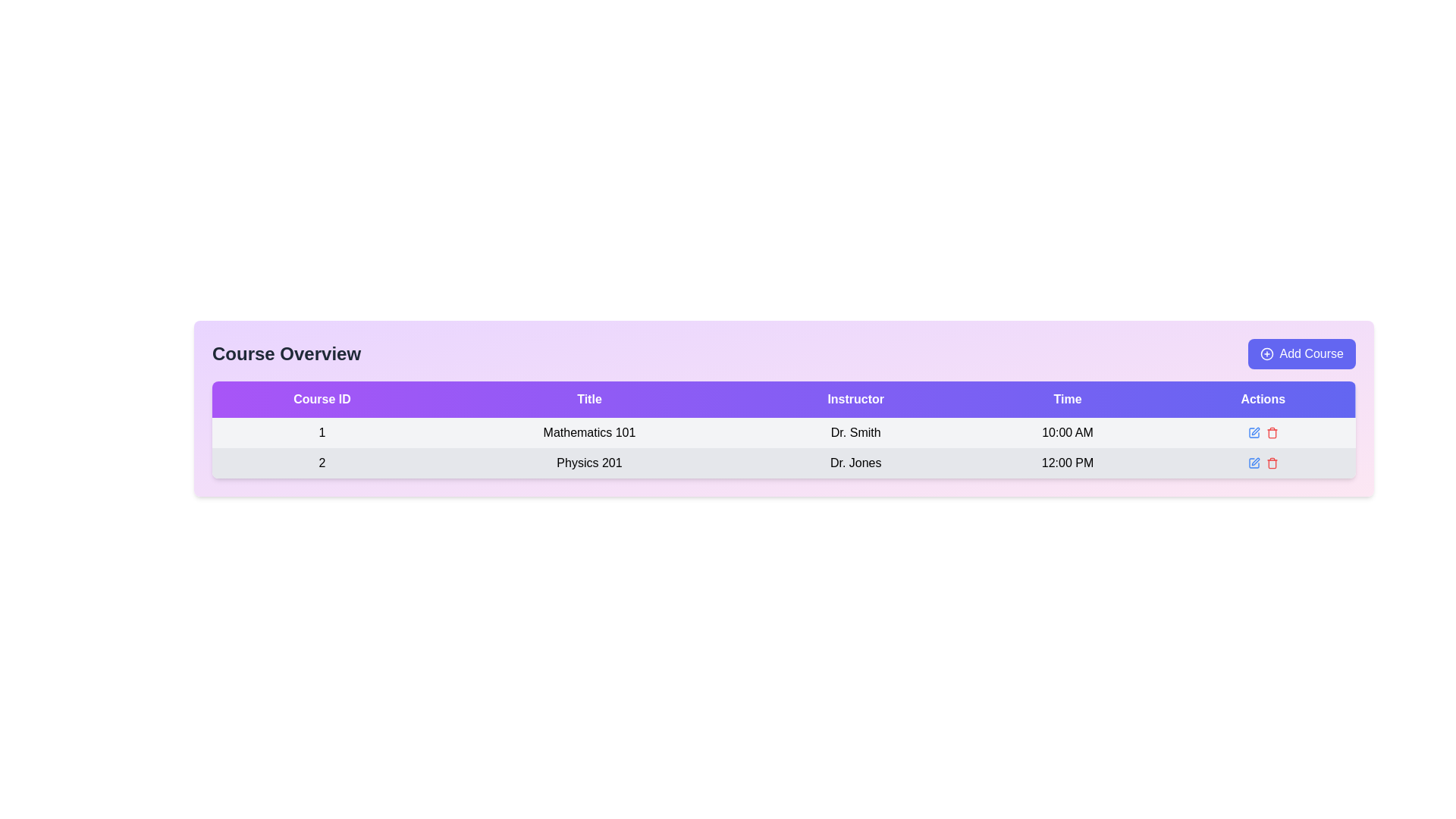 The height and width of the screenshot is (819, 1456). What do you see at coordinates (1254, 432) in the screenshot?
I see `the edit icon button in the 'Actions' column of the first row in the course table, which is aligned with the course titled 'Mathematics 101'` at bounding box center [1254, 432].